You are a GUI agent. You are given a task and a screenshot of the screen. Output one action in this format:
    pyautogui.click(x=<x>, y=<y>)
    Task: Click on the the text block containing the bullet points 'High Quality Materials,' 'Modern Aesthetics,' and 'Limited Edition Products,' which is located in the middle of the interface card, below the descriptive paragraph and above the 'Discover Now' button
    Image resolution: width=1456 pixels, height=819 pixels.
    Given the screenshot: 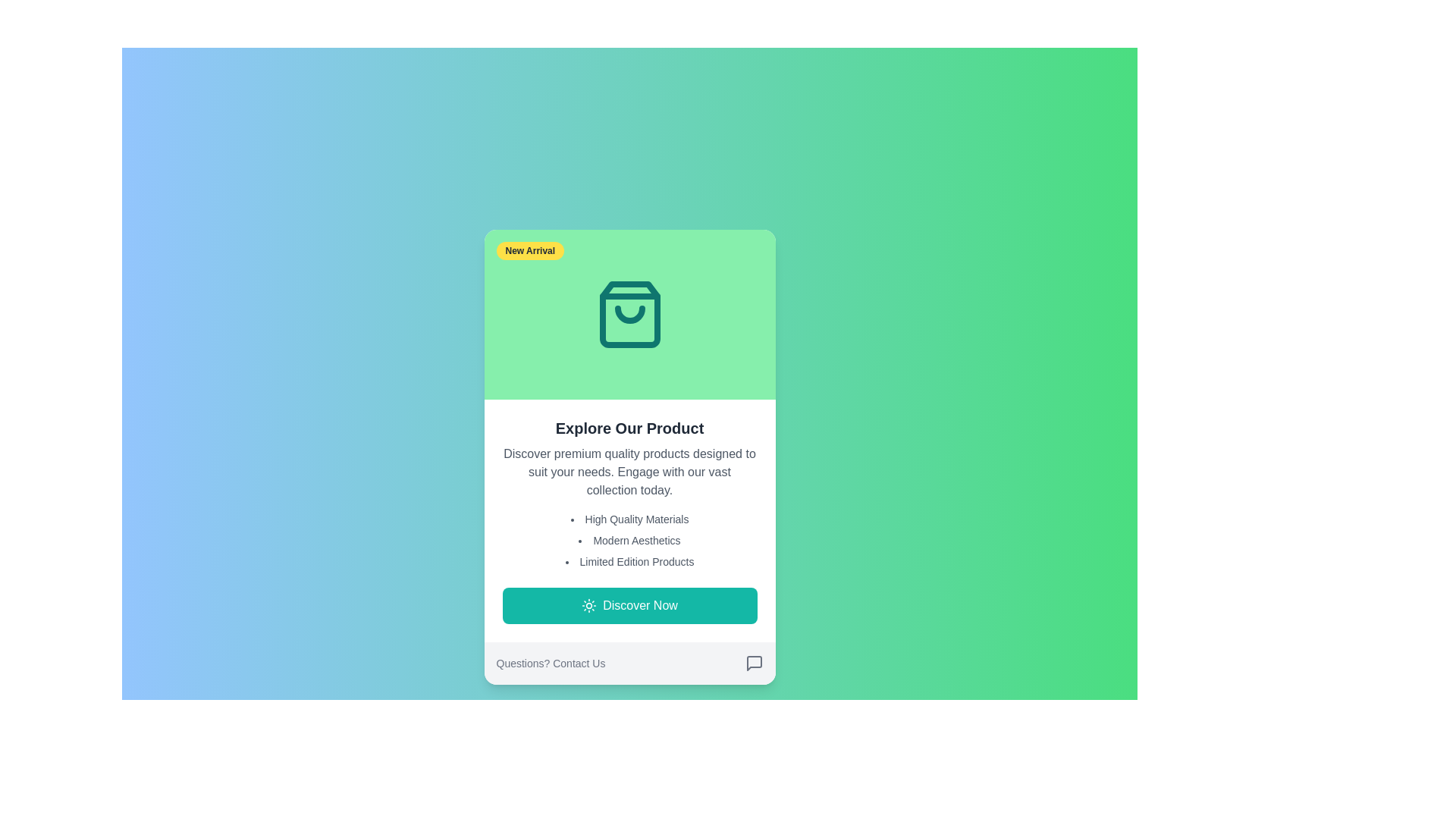 What is the action you would take?
    pyautogui.click(x=629, y=540)
    